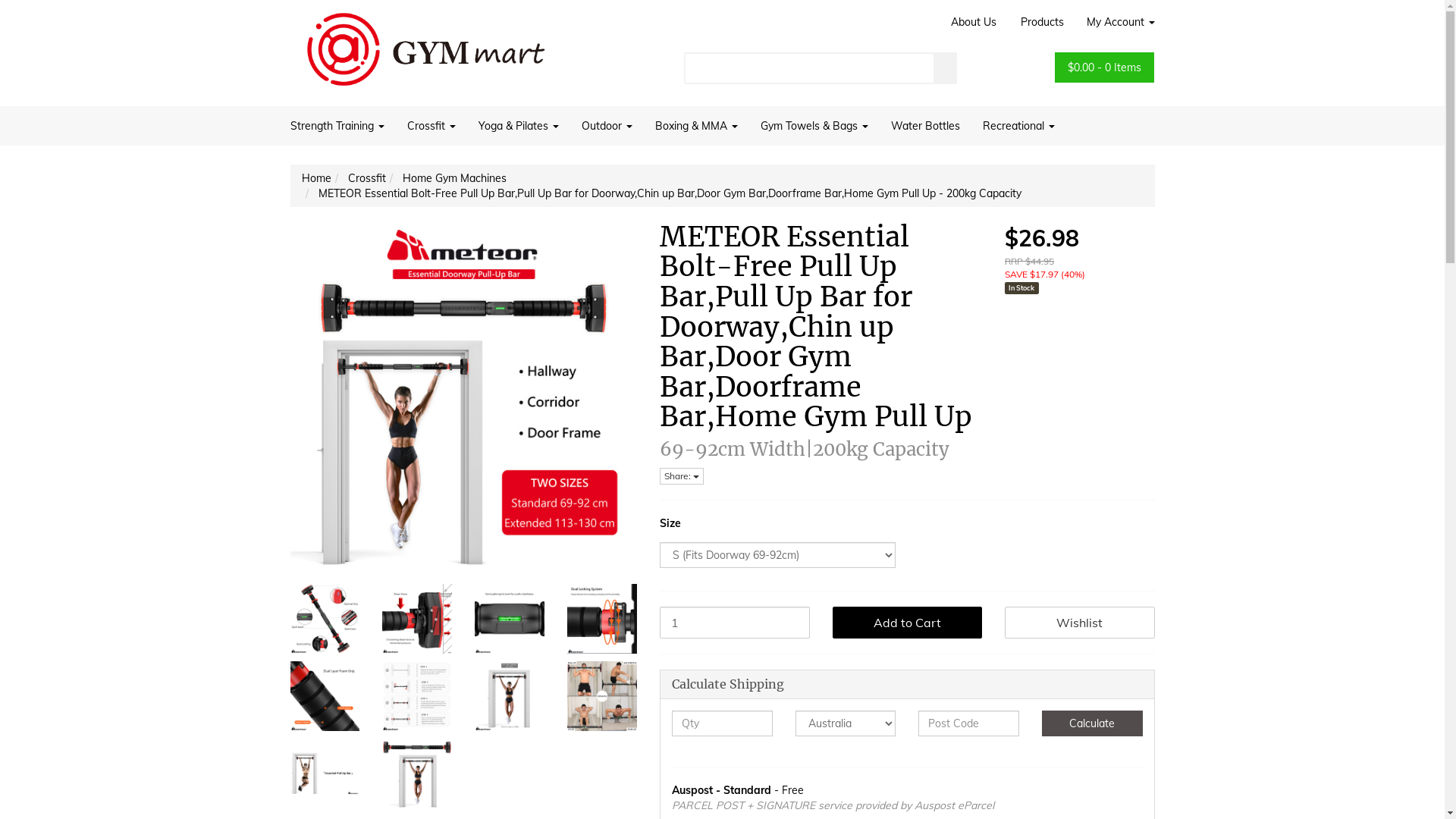 The height and width of the screenshot is (819, 1456). What do you see at coordinates (366, 177) in the screenshot?
I see `'Crossfit'` at bounding box center [366, 177].